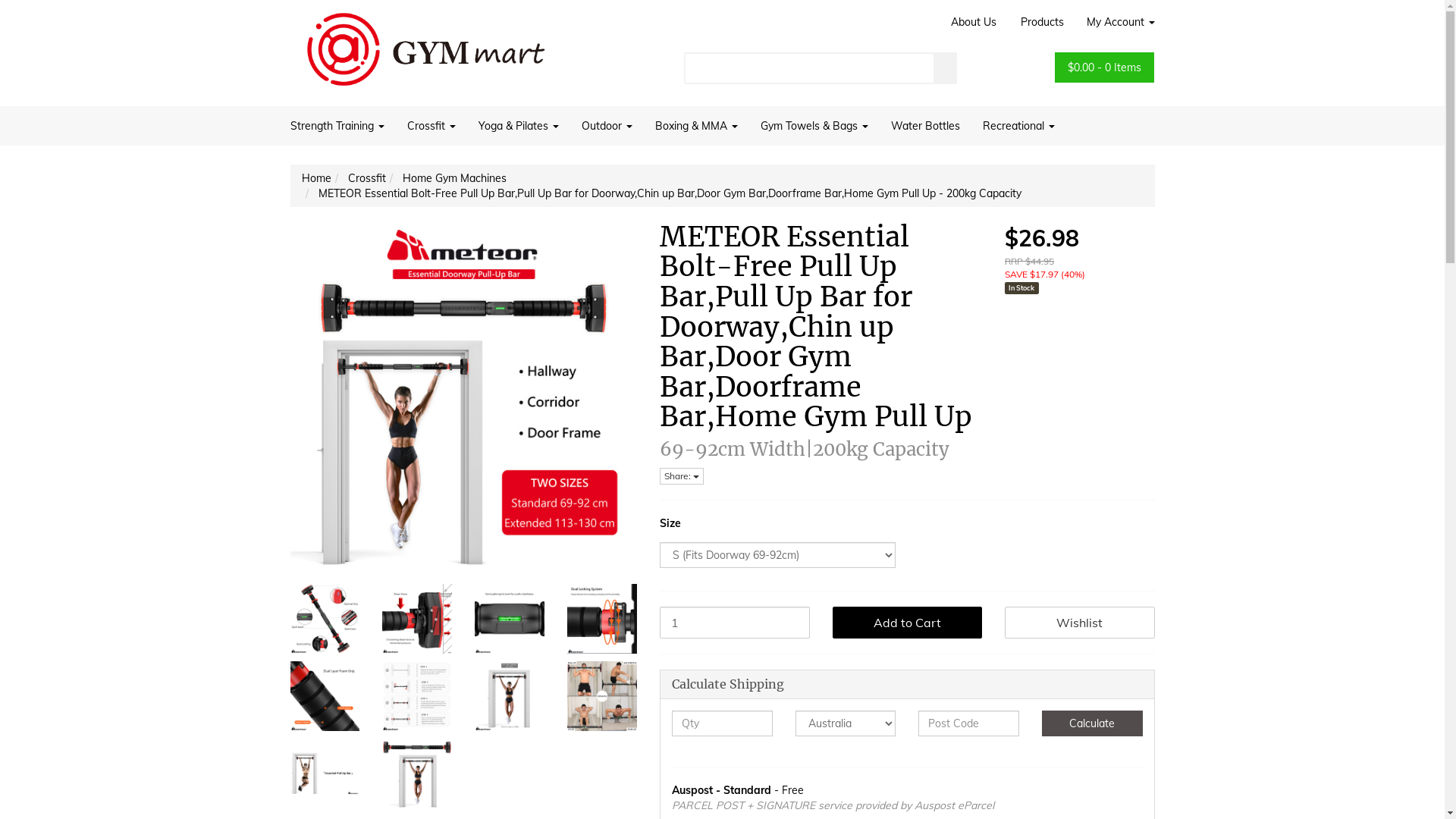 The height and width of the screenshot is (819, 1456). What do you see at coordinates (366, 177) in the screenshot?
I see `'Crossfit'` at bounding box center [366, 177].